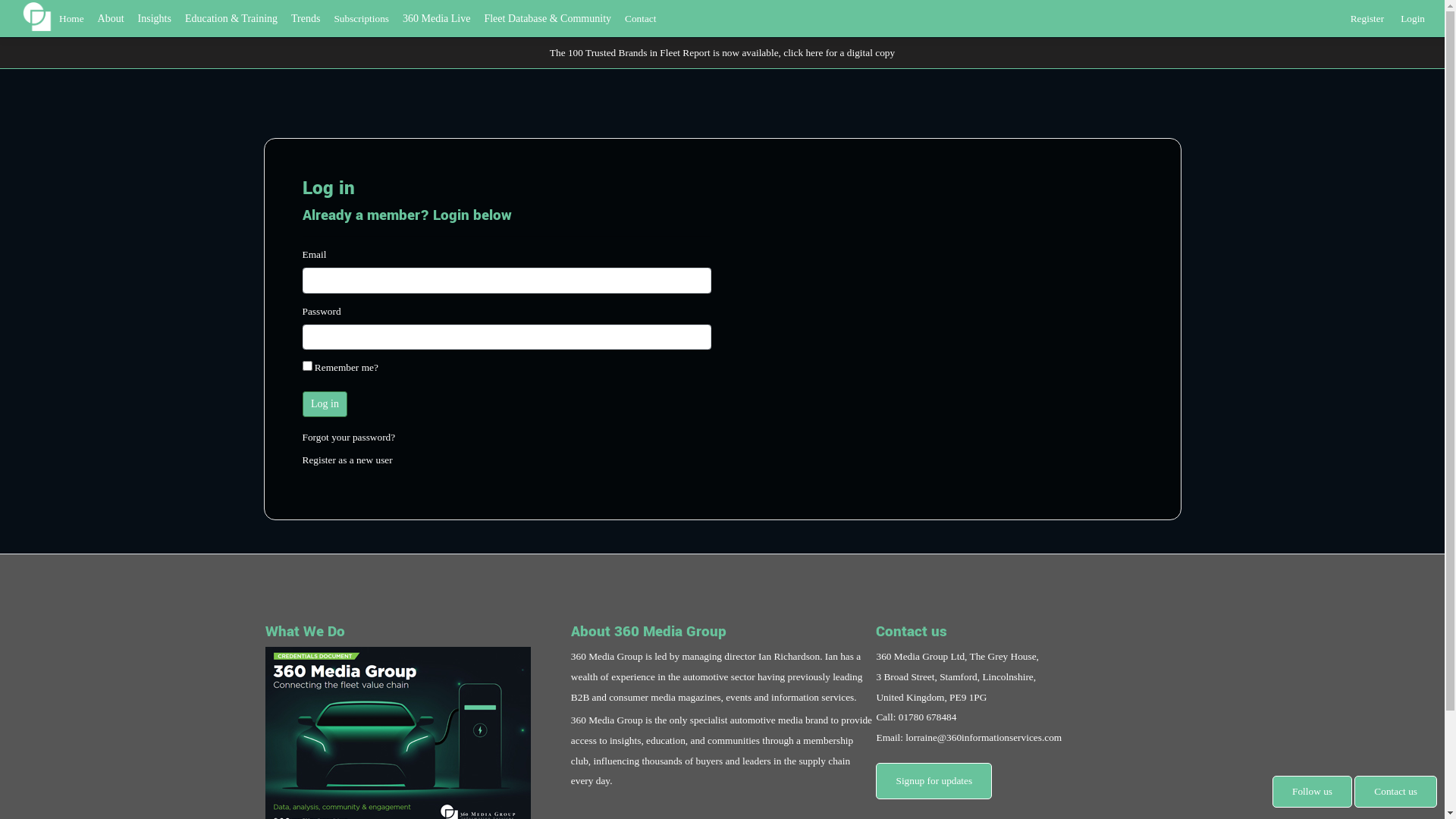  What do you see at coordinates (1311, 791) in the screenshot?
I see `'Follow us'` at bounding box center [1311, 791].